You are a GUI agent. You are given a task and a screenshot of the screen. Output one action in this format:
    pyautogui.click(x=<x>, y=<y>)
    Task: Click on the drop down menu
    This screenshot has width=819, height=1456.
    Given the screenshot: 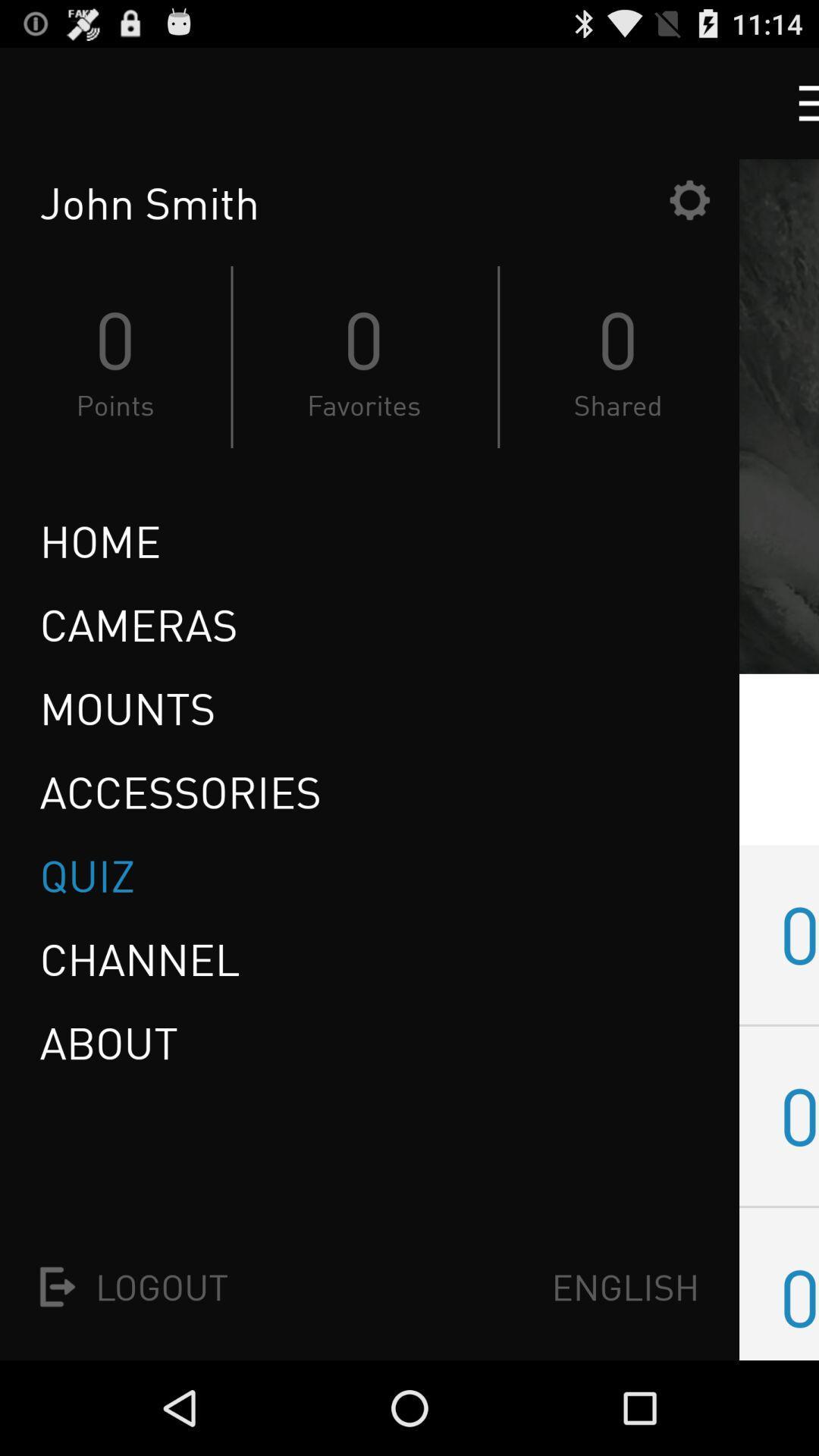 What is the action you would take?
    pyautogui.click(x=794, y=102)
    